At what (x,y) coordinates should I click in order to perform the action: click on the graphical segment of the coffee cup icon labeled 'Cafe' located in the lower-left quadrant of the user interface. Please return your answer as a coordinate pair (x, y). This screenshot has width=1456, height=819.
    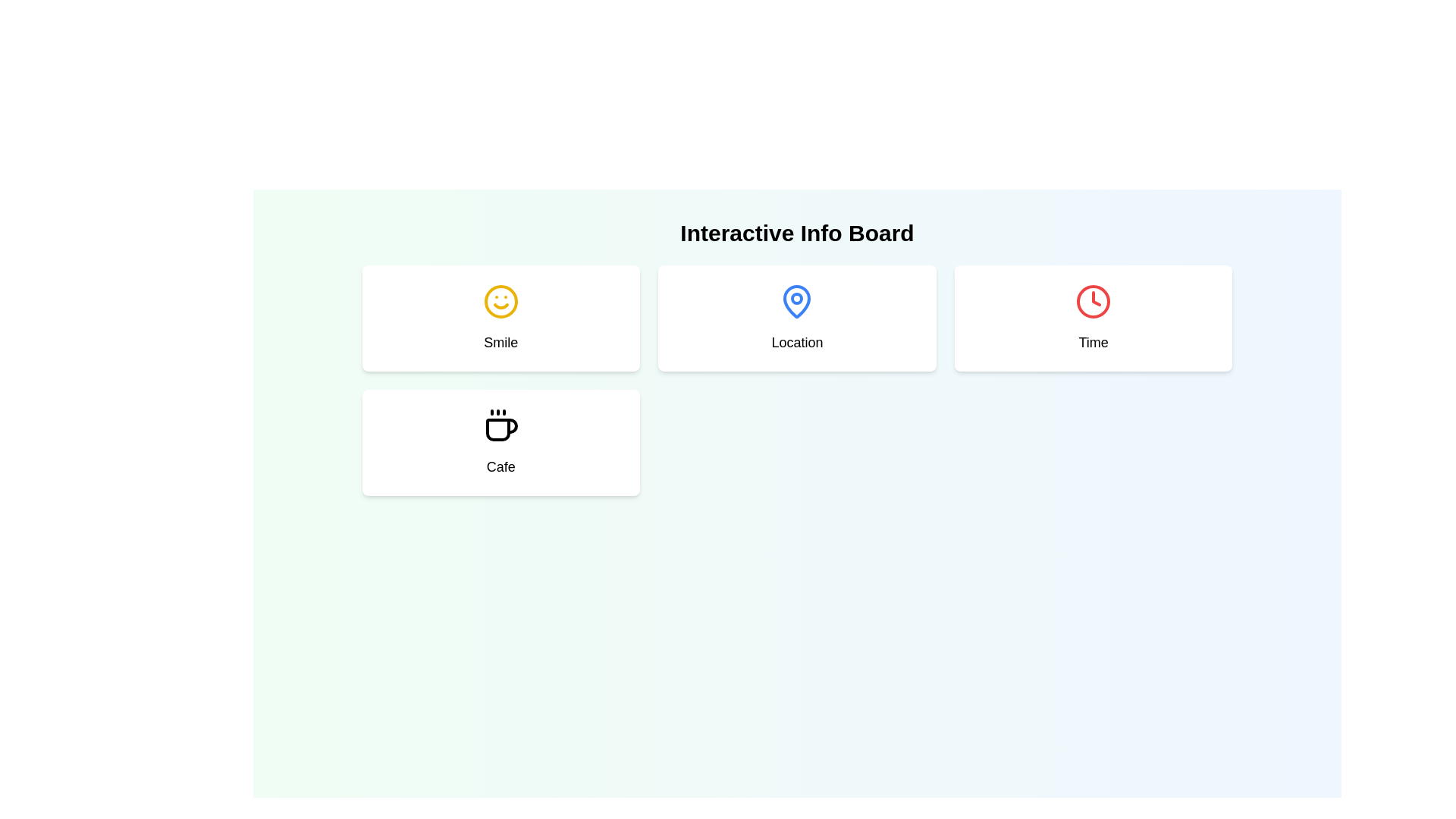
    Looking at the image, I should click on (501, 430).